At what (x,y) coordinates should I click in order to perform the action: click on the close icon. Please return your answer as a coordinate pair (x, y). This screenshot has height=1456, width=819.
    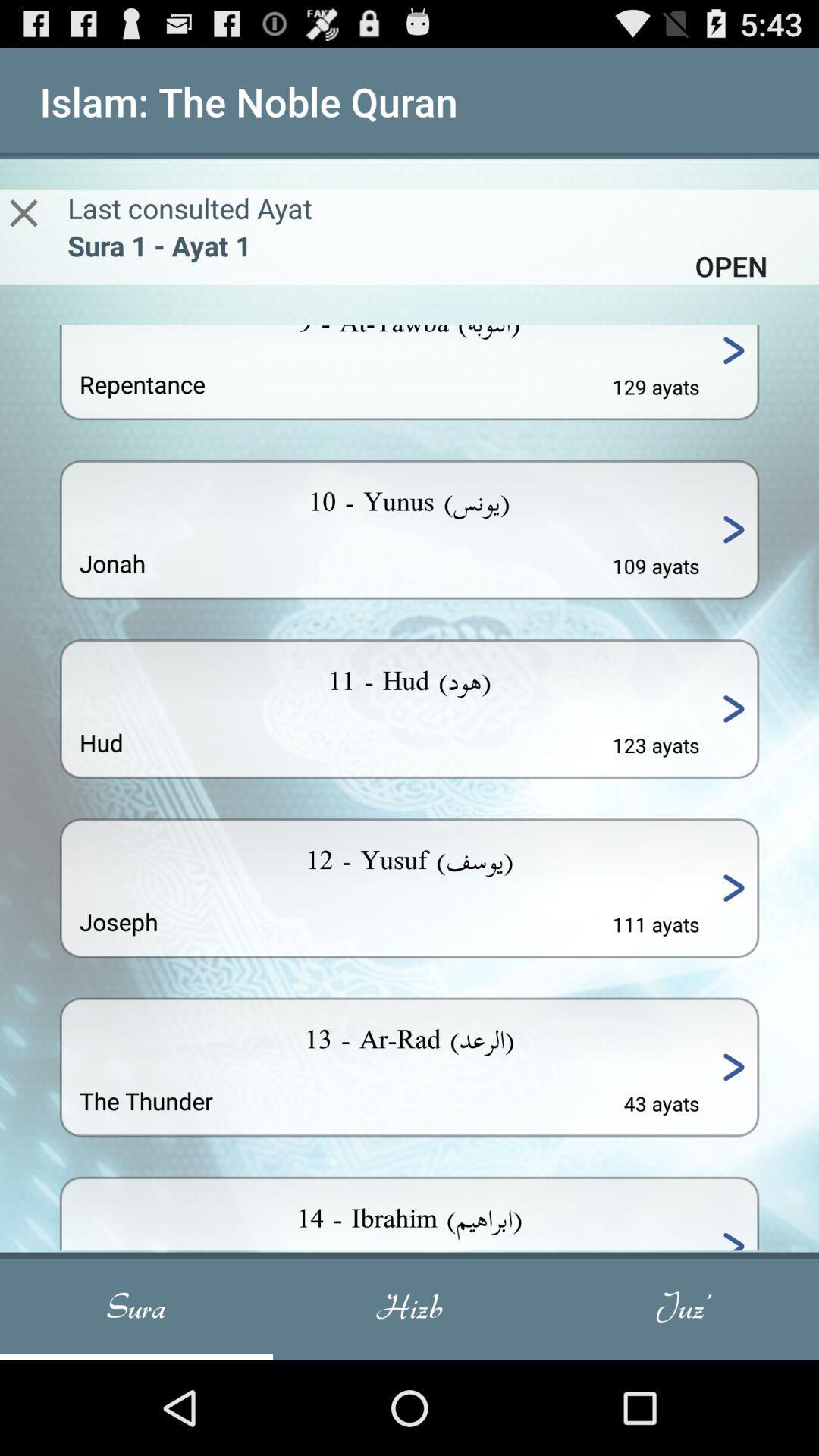
    Looking at the image, I should click on (24, 227).